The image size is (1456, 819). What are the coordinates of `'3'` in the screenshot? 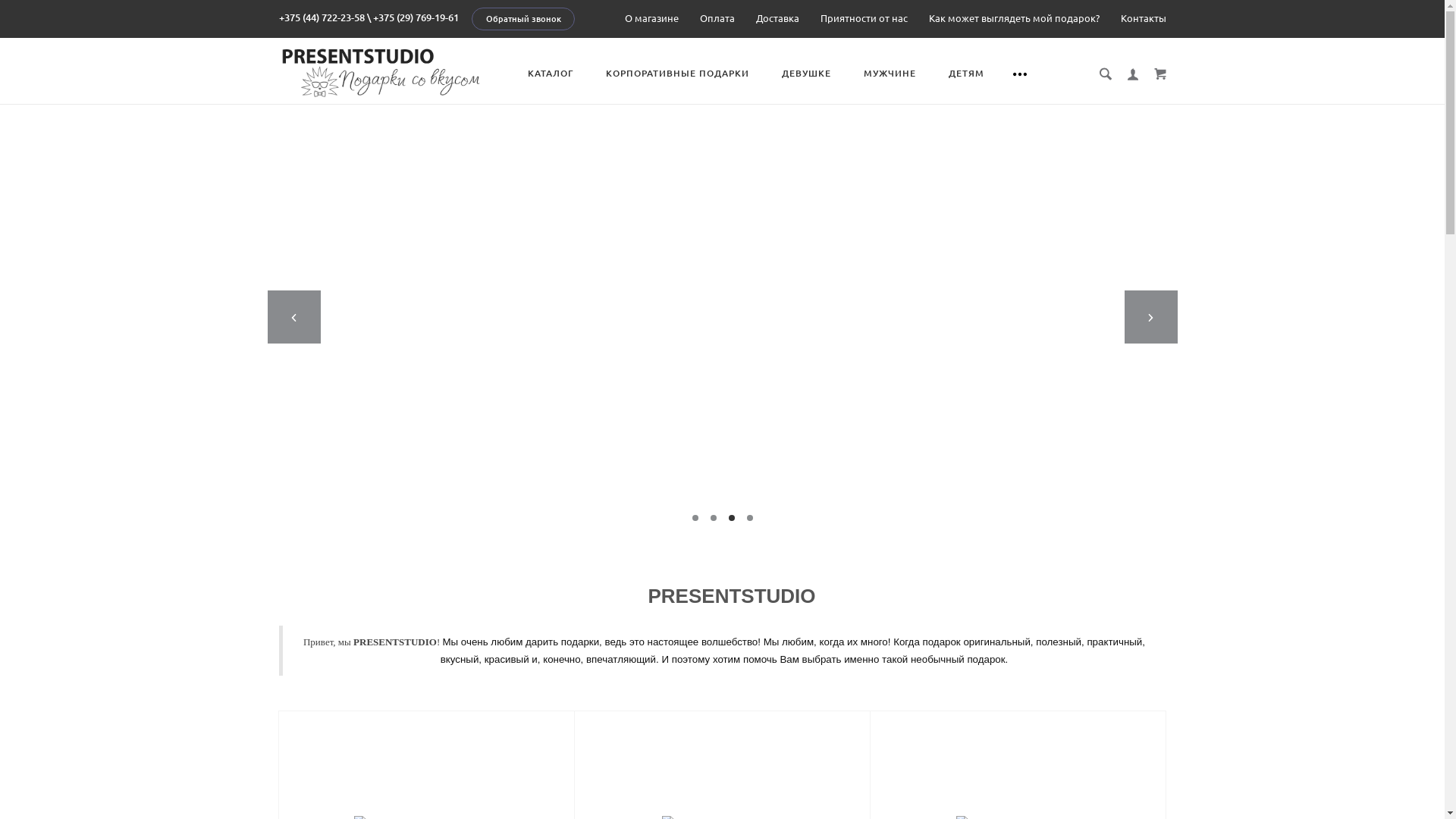 It's located at (728, 516).